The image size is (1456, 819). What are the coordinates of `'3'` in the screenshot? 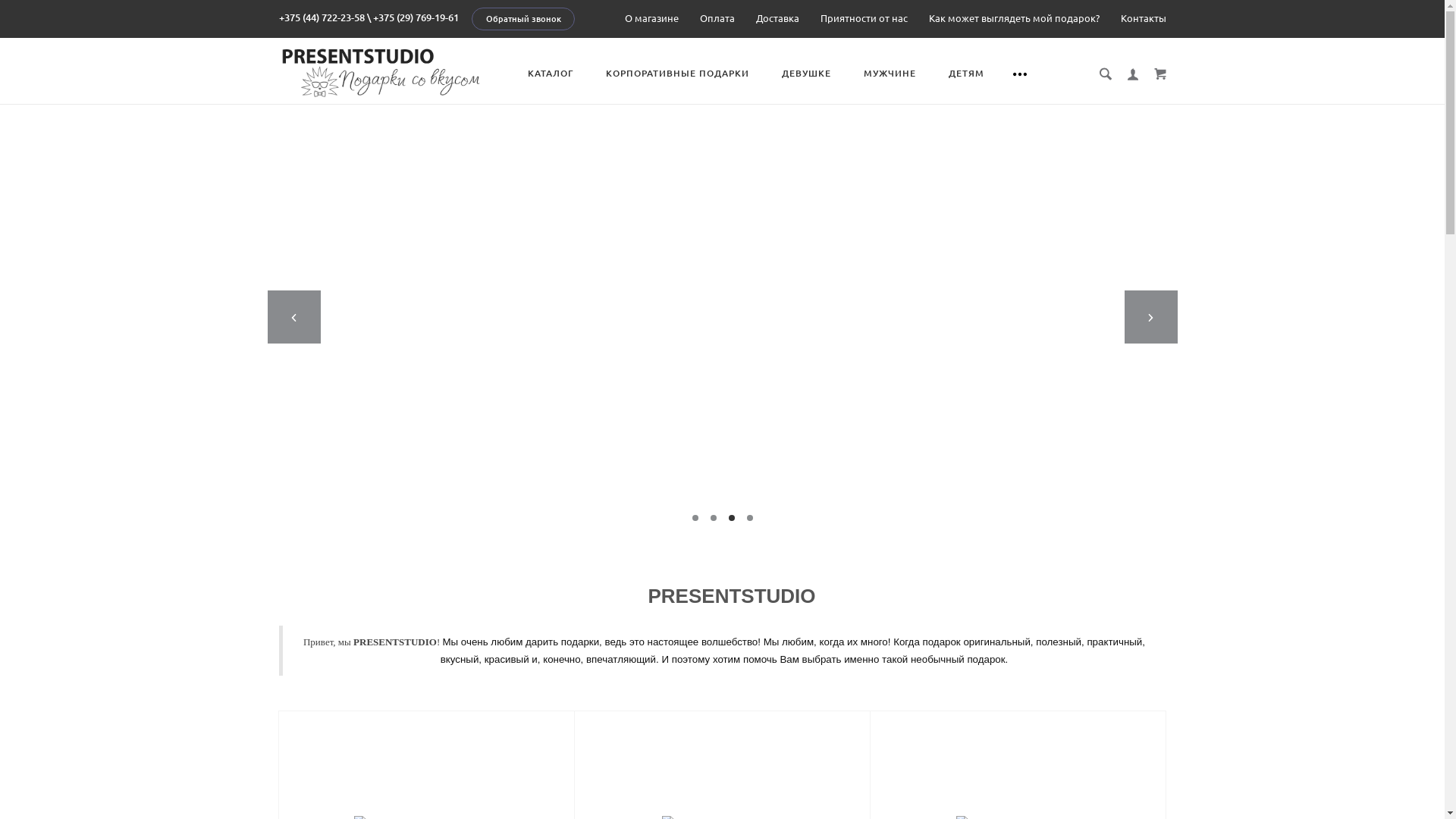 It's located at (728, 516).